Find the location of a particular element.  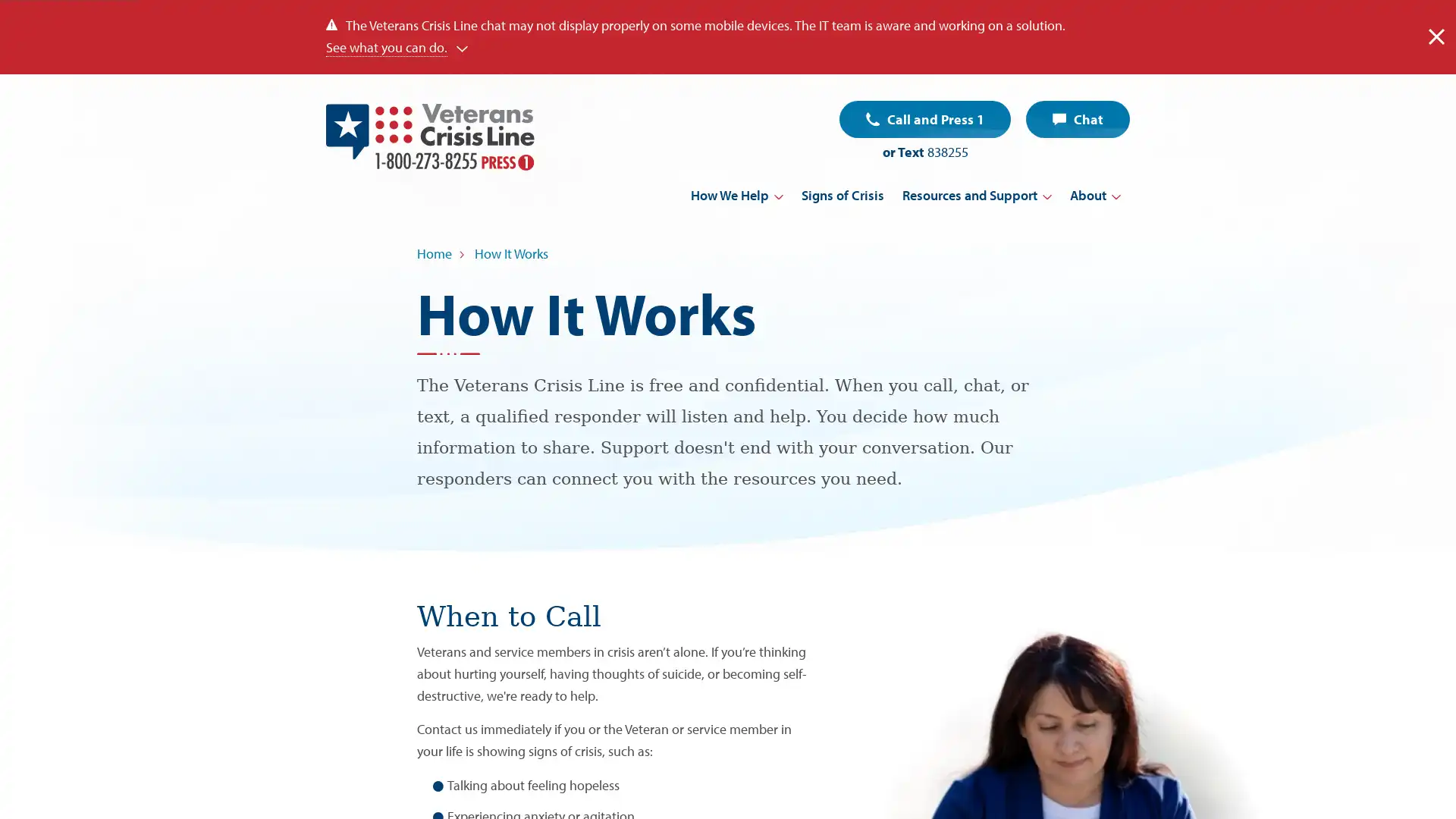

Close Banner is located at coordinates (1436, 36).